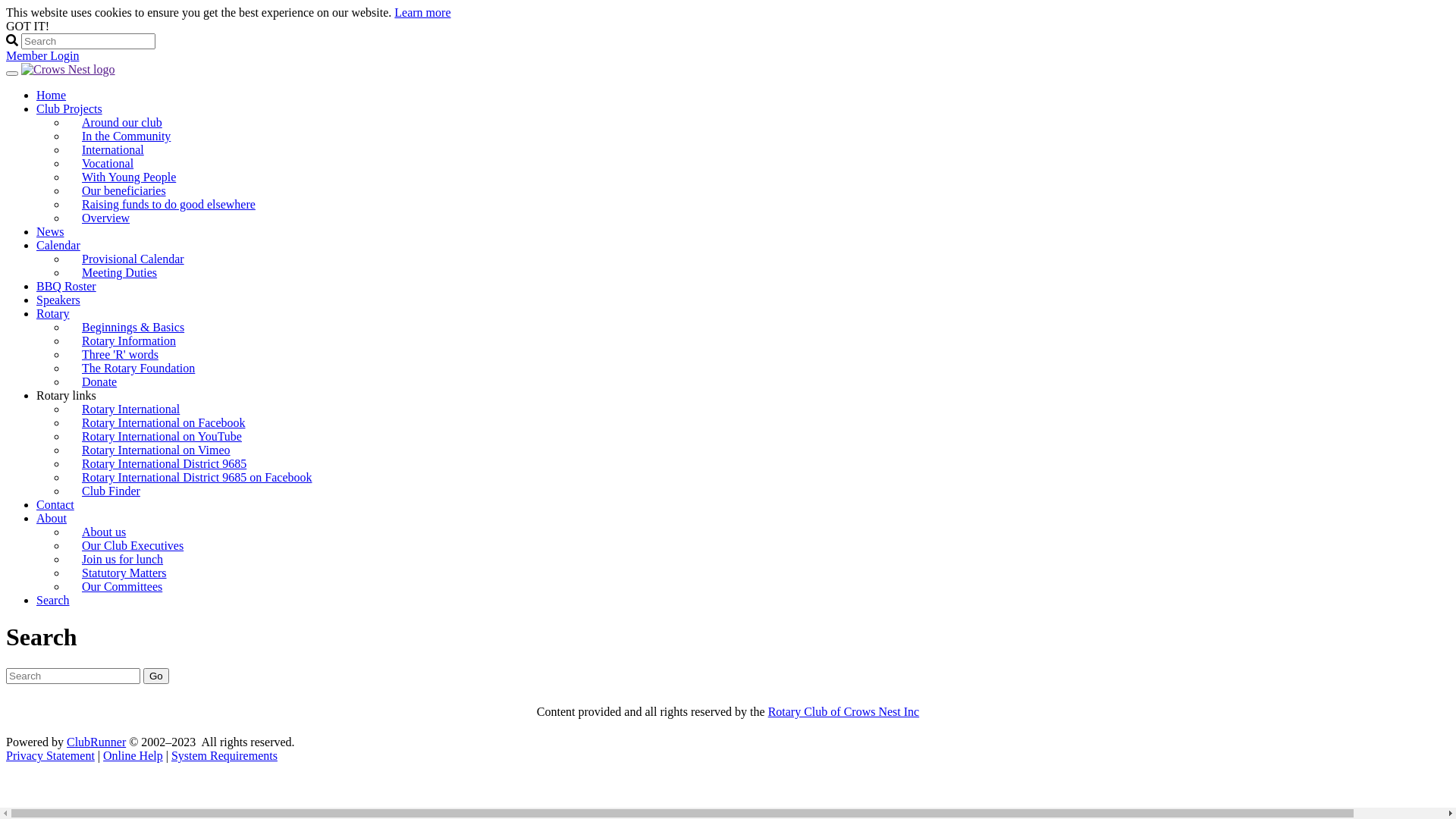 The height and width of the screenshot is (819, 1456). I want to click on 'Rotary International District 9685 on Facebook', so click(196, 476).